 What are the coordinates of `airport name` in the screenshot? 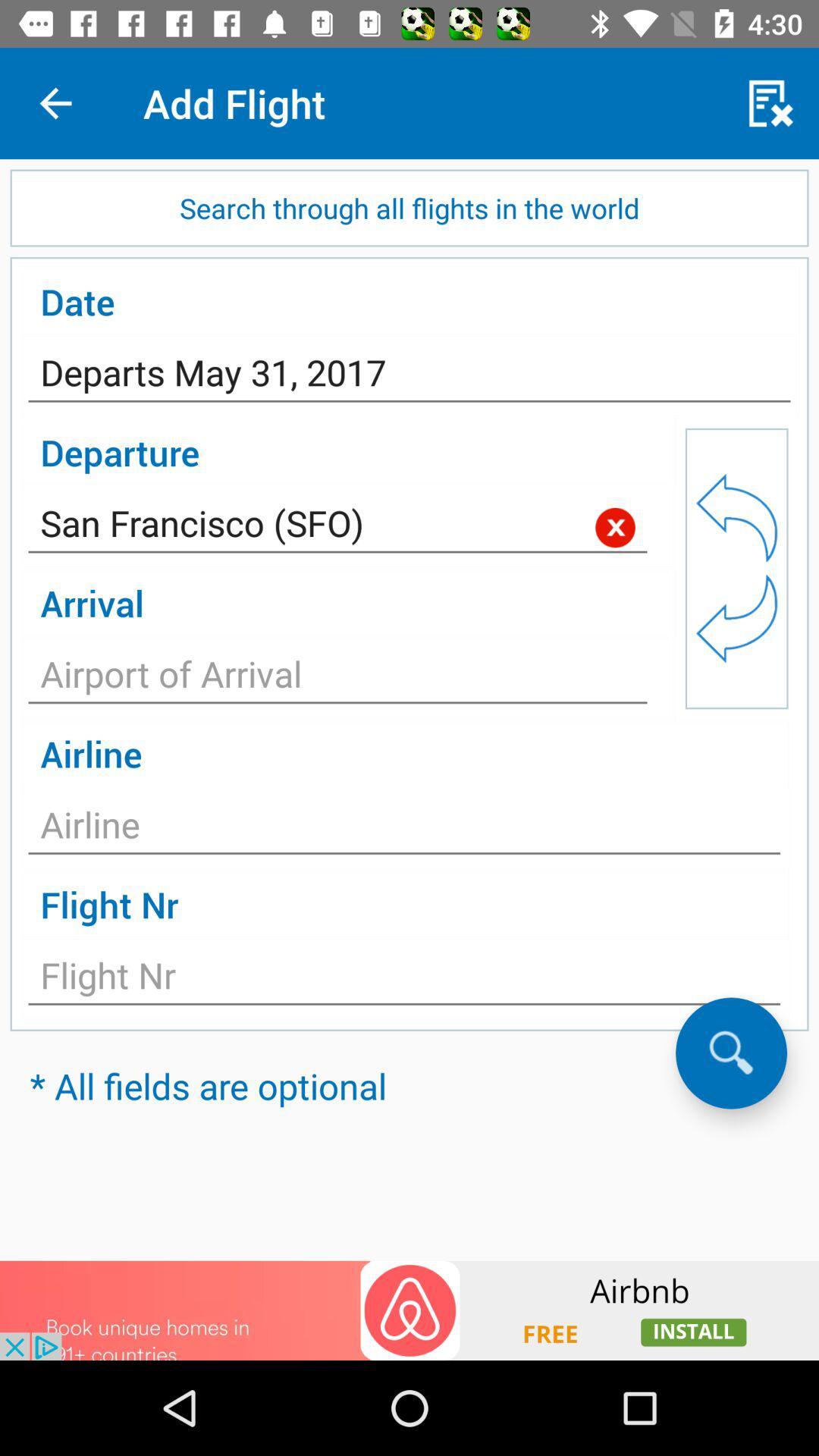 It's located at (337, 677).